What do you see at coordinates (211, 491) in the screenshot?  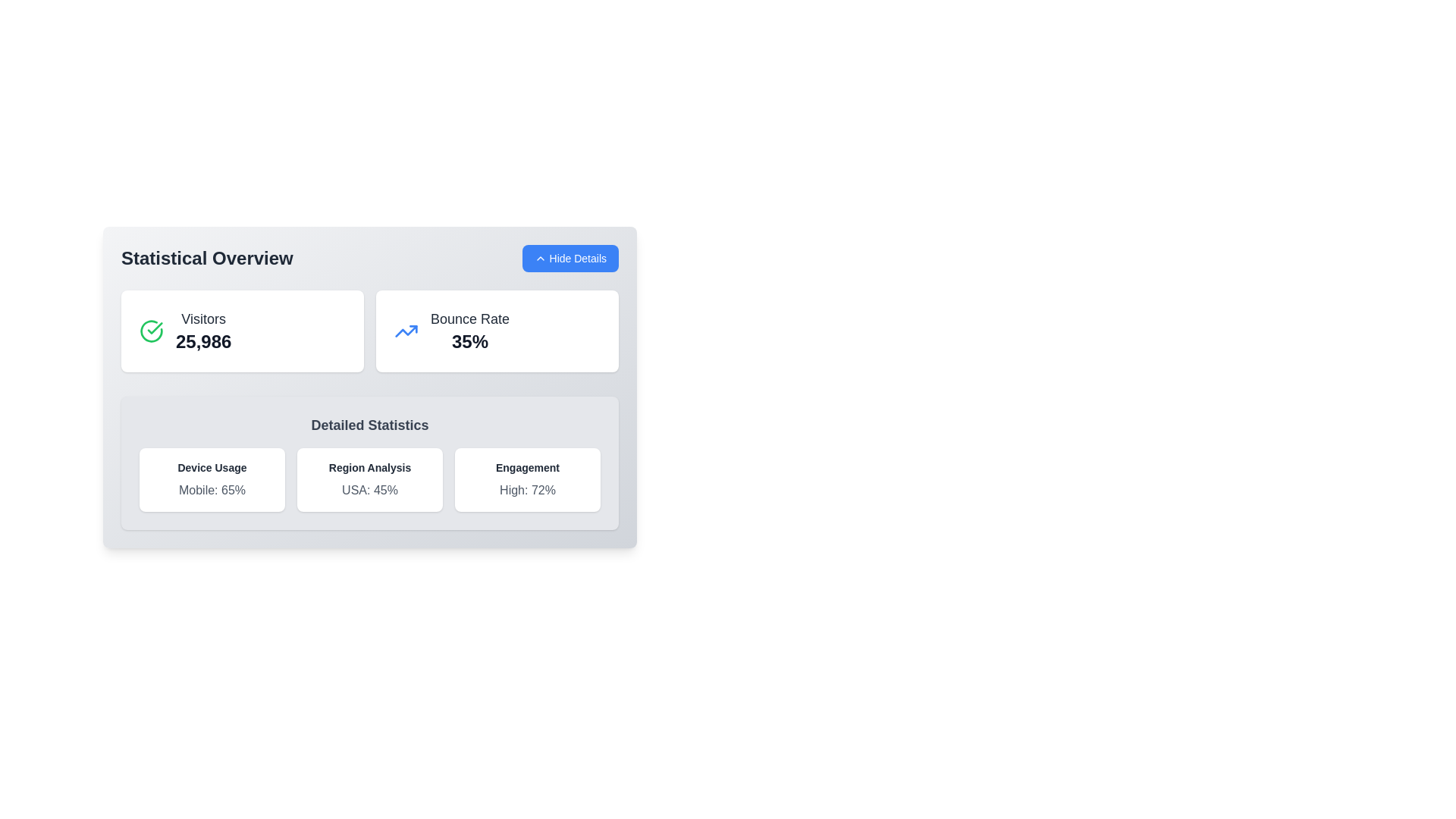 I see `the text label displaying 'Mobile: 65%' located in the 'Device Usage' section beneath the 'Device Usage' header` at bounding box center [211, 491].